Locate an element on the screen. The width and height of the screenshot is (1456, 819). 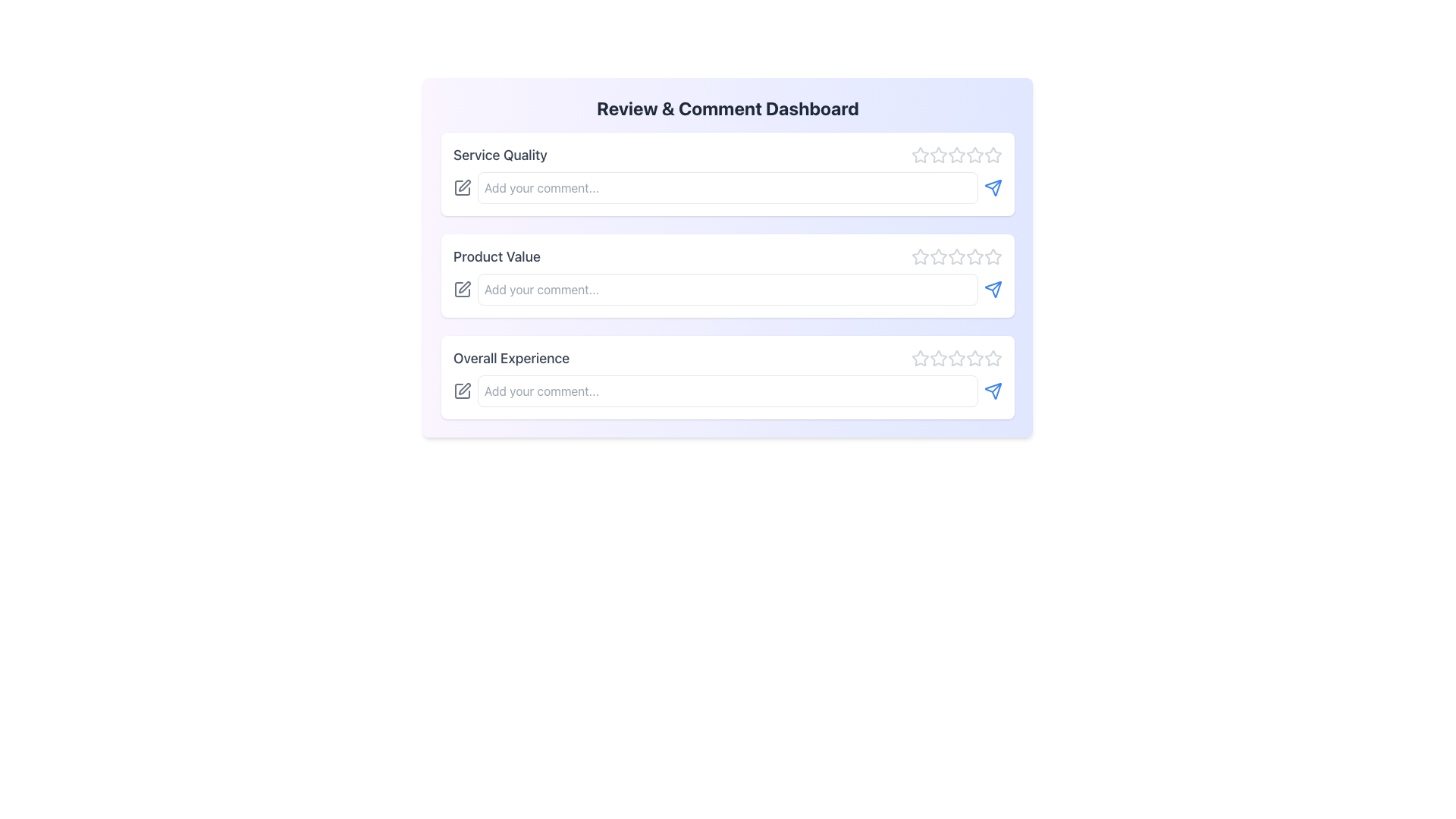
the blue triangular send icon located within the comment button to send the comment is located at coordinates (993, 289).